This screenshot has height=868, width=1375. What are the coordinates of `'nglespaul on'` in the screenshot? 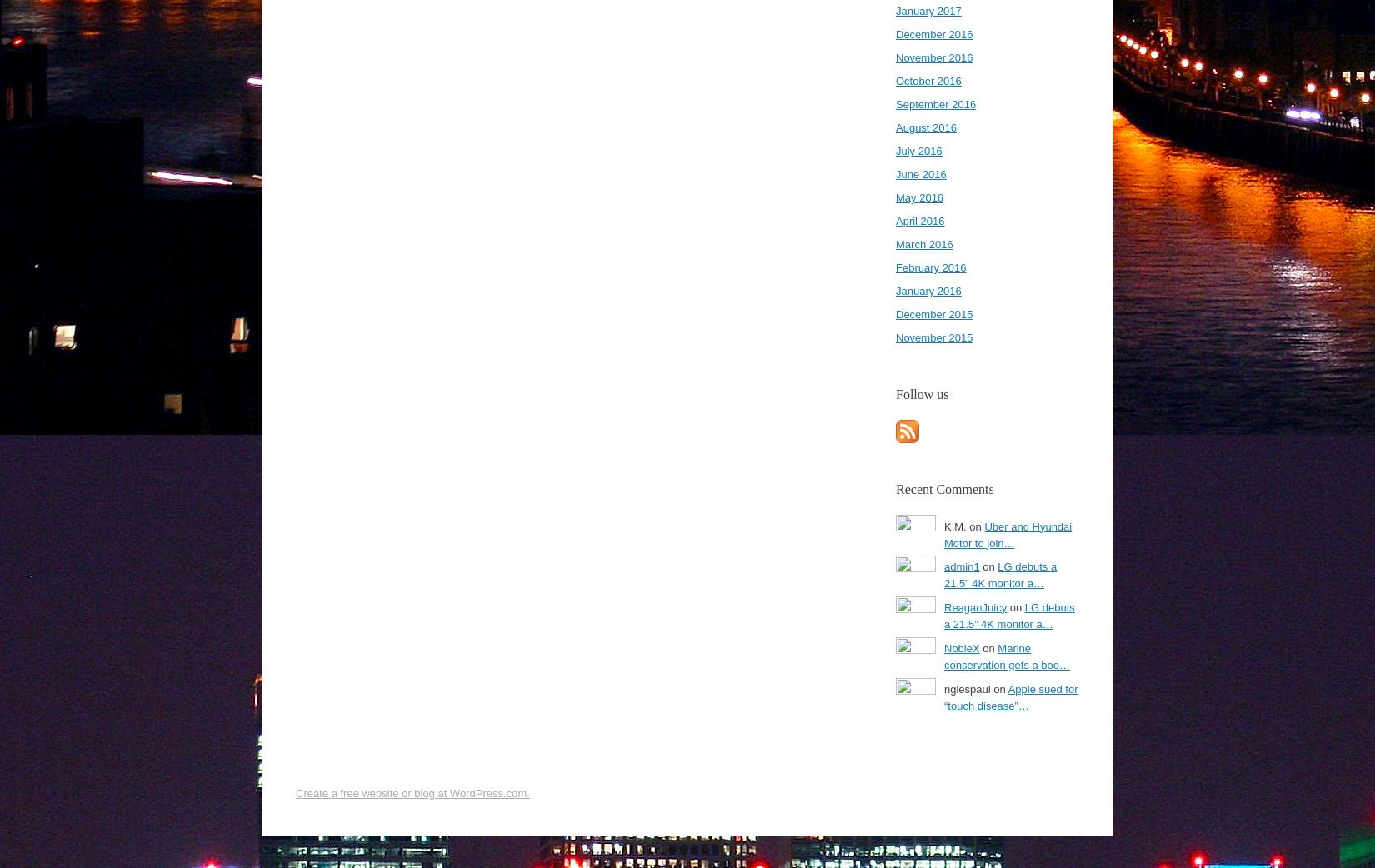 It's located at (944, 688).